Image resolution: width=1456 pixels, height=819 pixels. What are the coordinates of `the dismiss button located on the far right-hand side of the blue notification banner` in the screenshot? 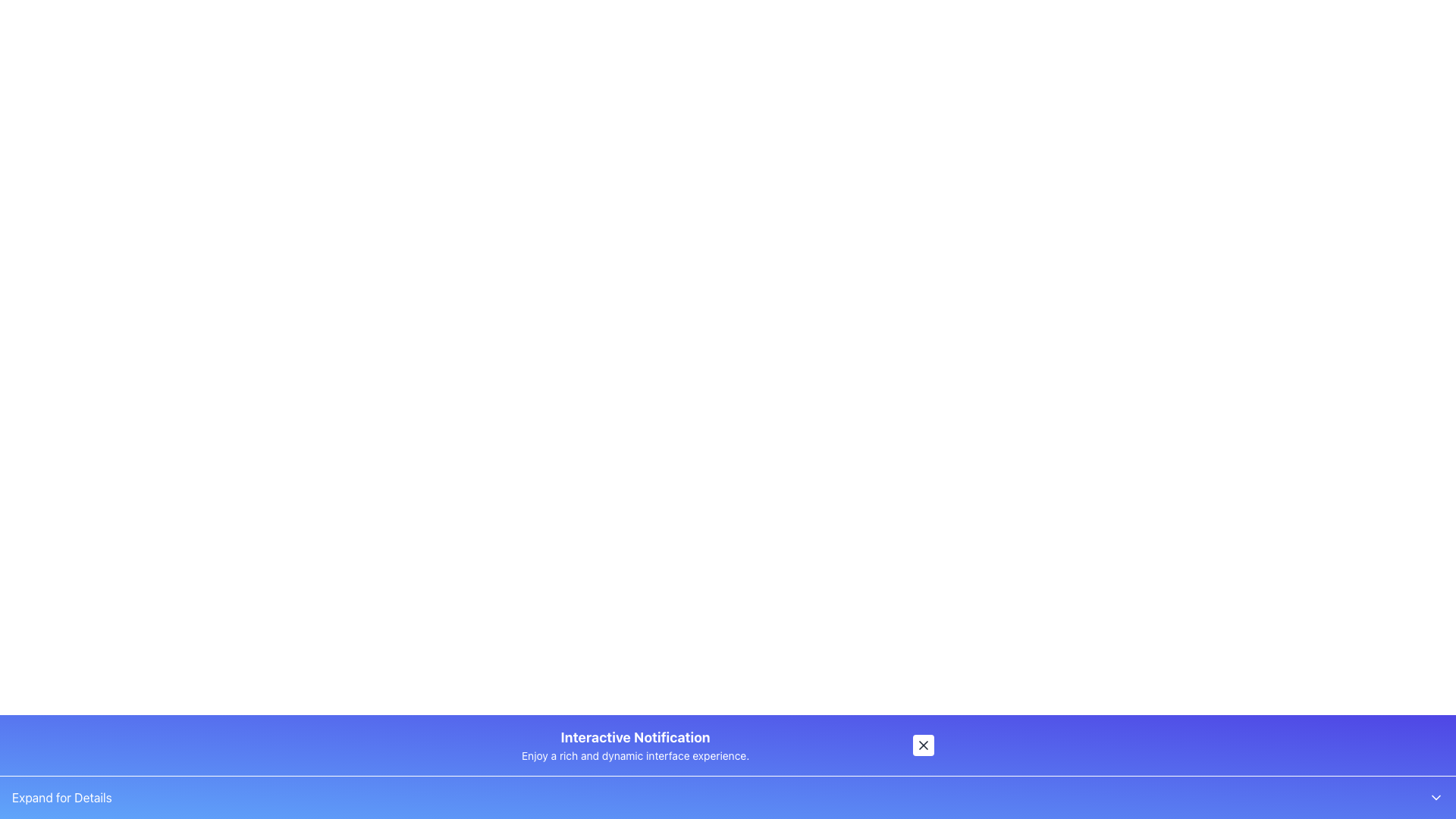 It's located at (923, 745).